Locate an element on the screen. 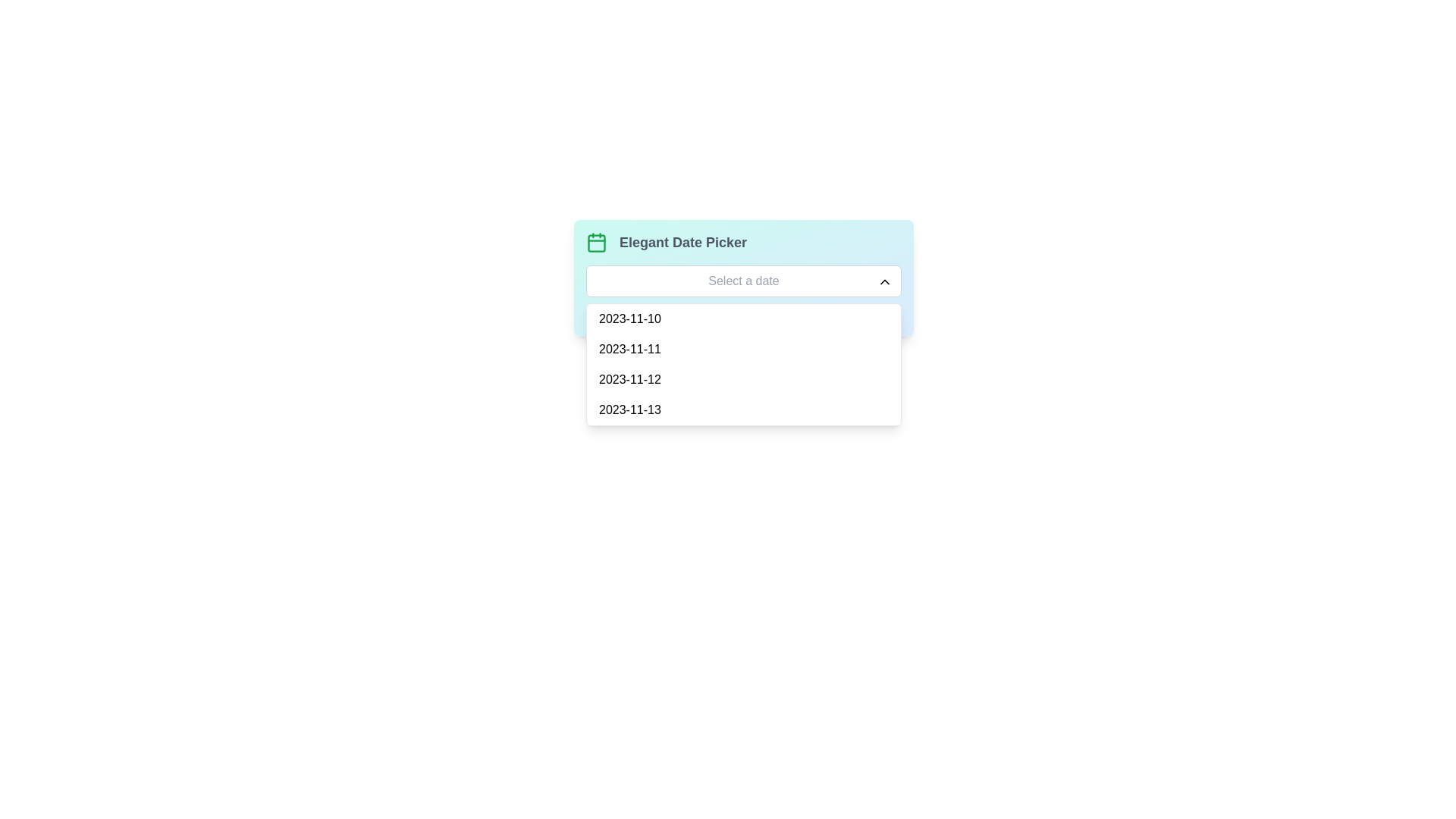  the decorative rectangle within the calendar icon located at the top left of the date picker interface is located at coordinates (596, 242).